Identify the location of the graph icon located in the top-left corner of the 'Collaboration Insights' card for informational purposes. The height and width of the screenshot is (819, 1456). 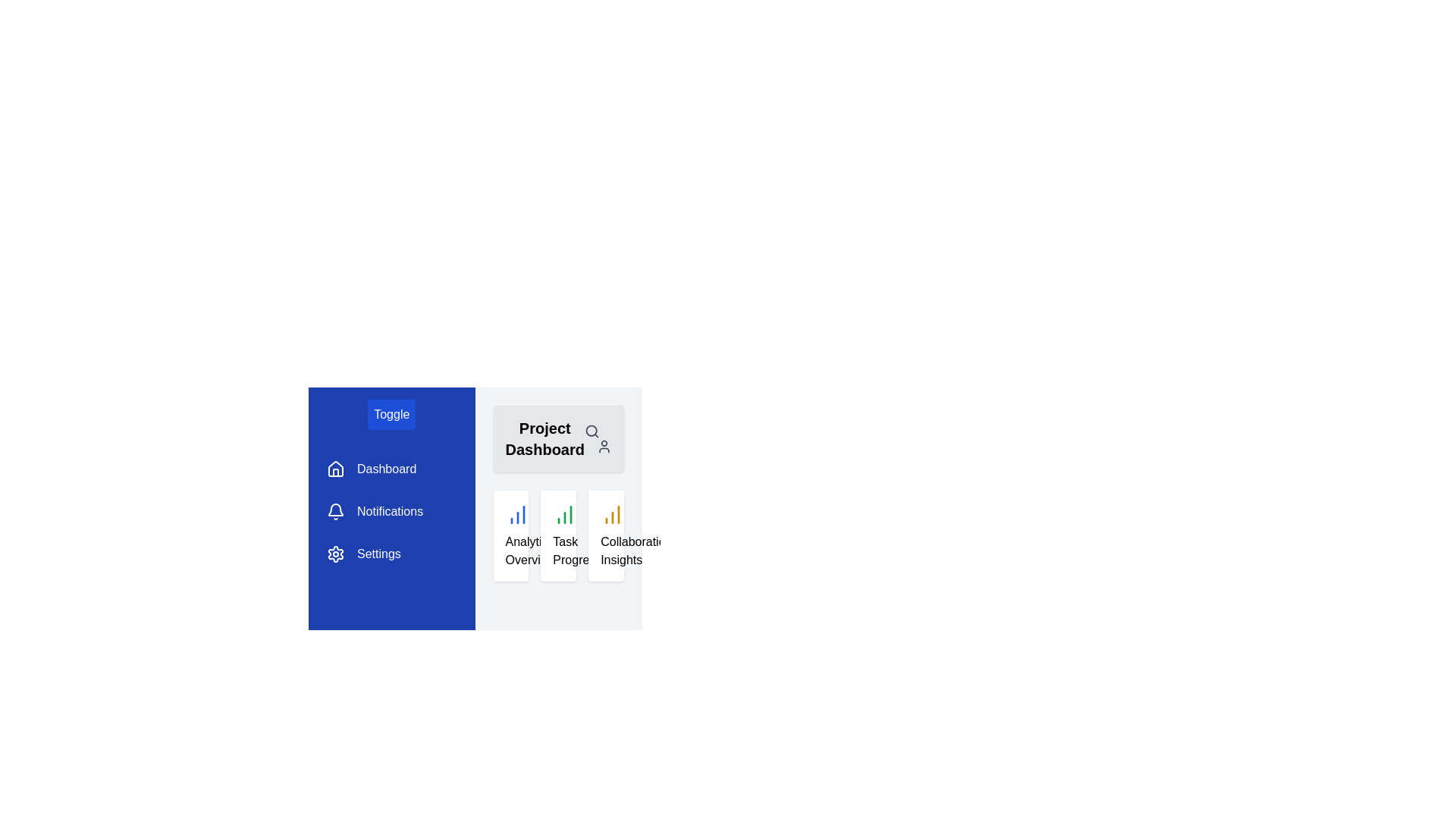
(613, 513).